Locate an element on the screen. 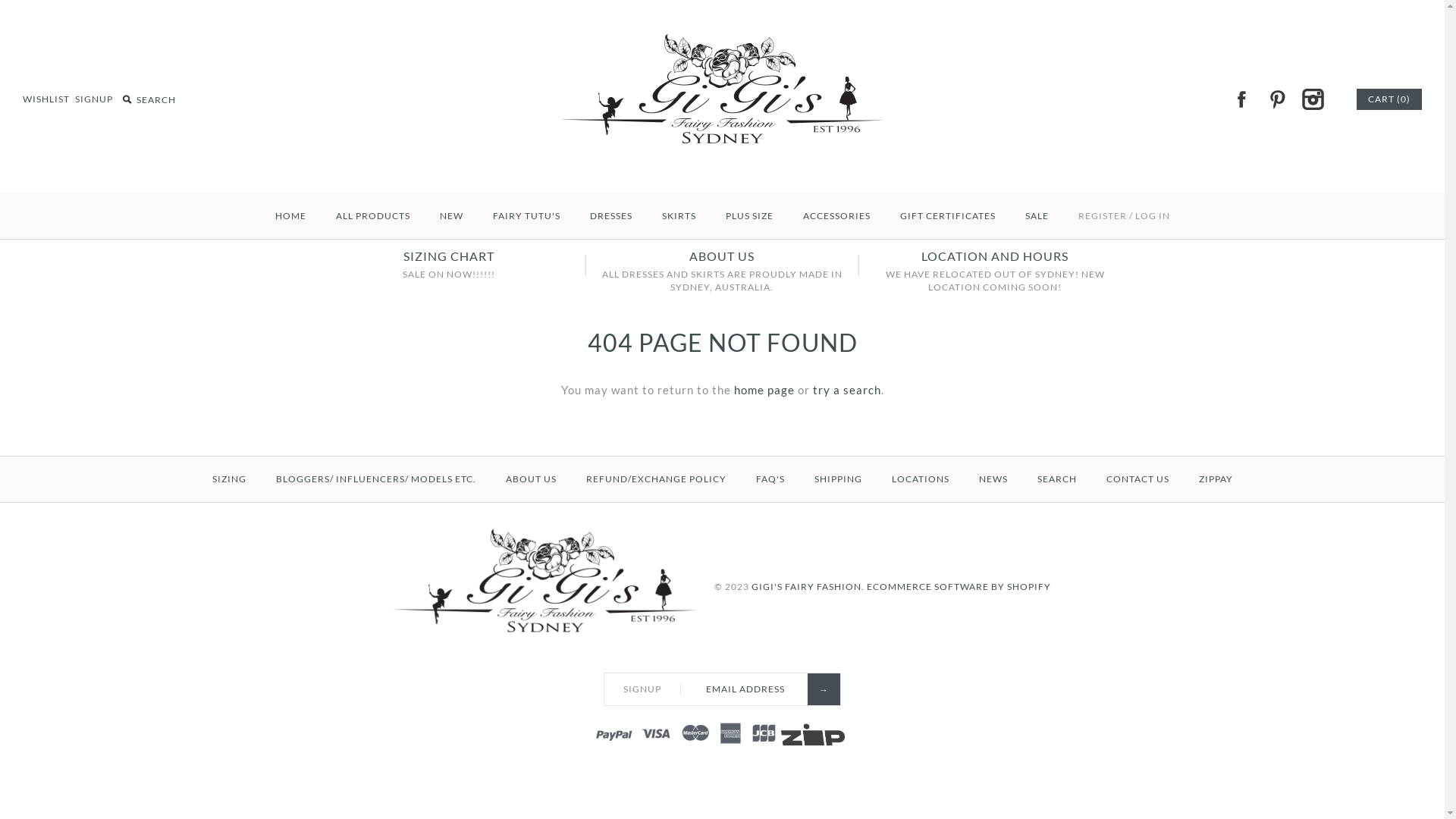  'PLUS SIZE' is located at coordinates (748, 216).